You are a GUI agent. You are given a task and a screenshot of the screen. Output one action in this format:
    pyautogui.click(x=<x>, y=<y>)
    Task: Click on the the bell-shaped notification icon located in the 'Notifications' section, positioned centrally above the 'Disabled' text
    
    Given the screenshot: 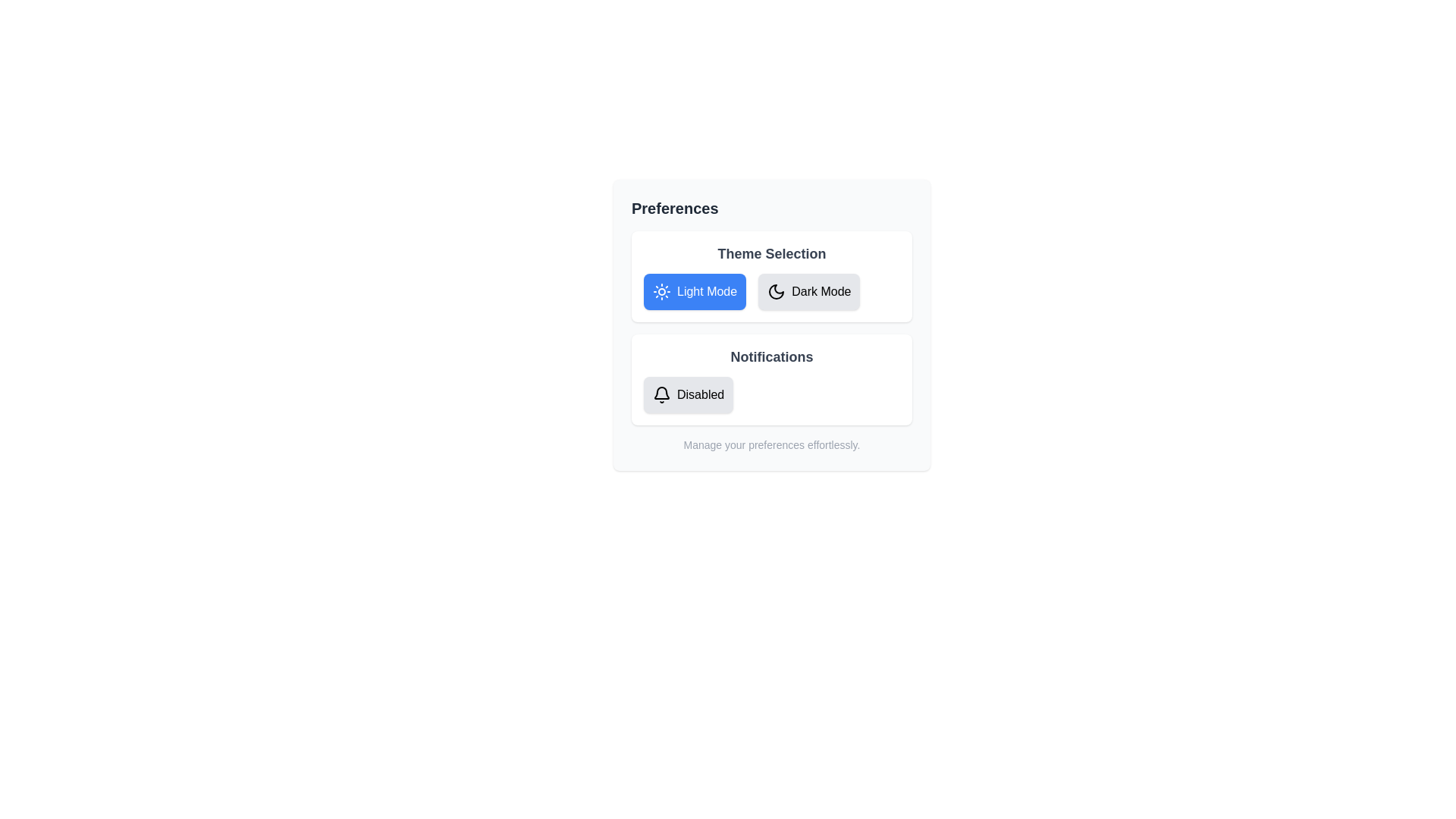 What is the action you would take?
    pyautogui.click(x=662, y=392)
    